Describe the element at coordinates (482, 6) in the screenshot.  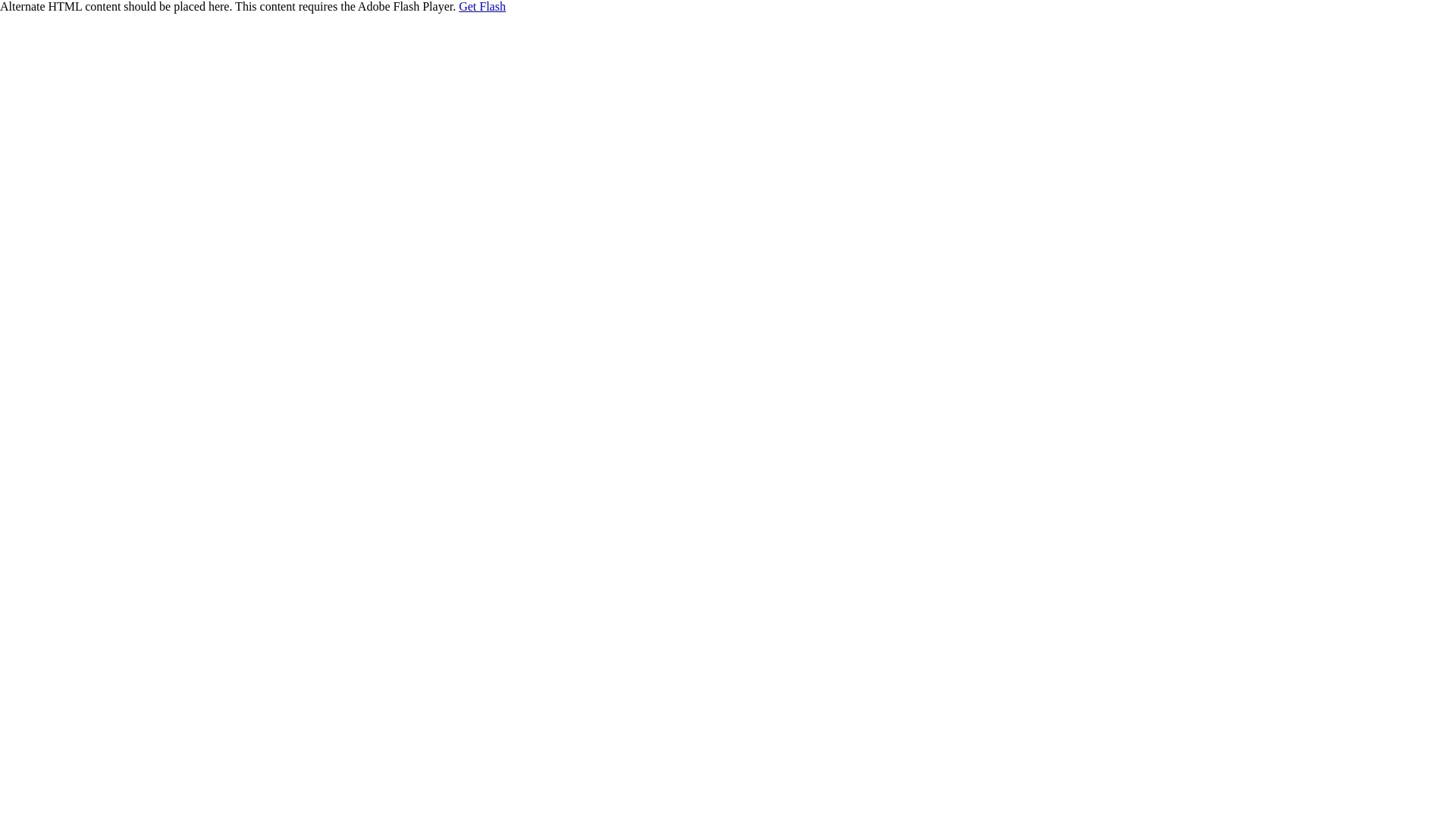
I see `'Get Flash'` at that location.